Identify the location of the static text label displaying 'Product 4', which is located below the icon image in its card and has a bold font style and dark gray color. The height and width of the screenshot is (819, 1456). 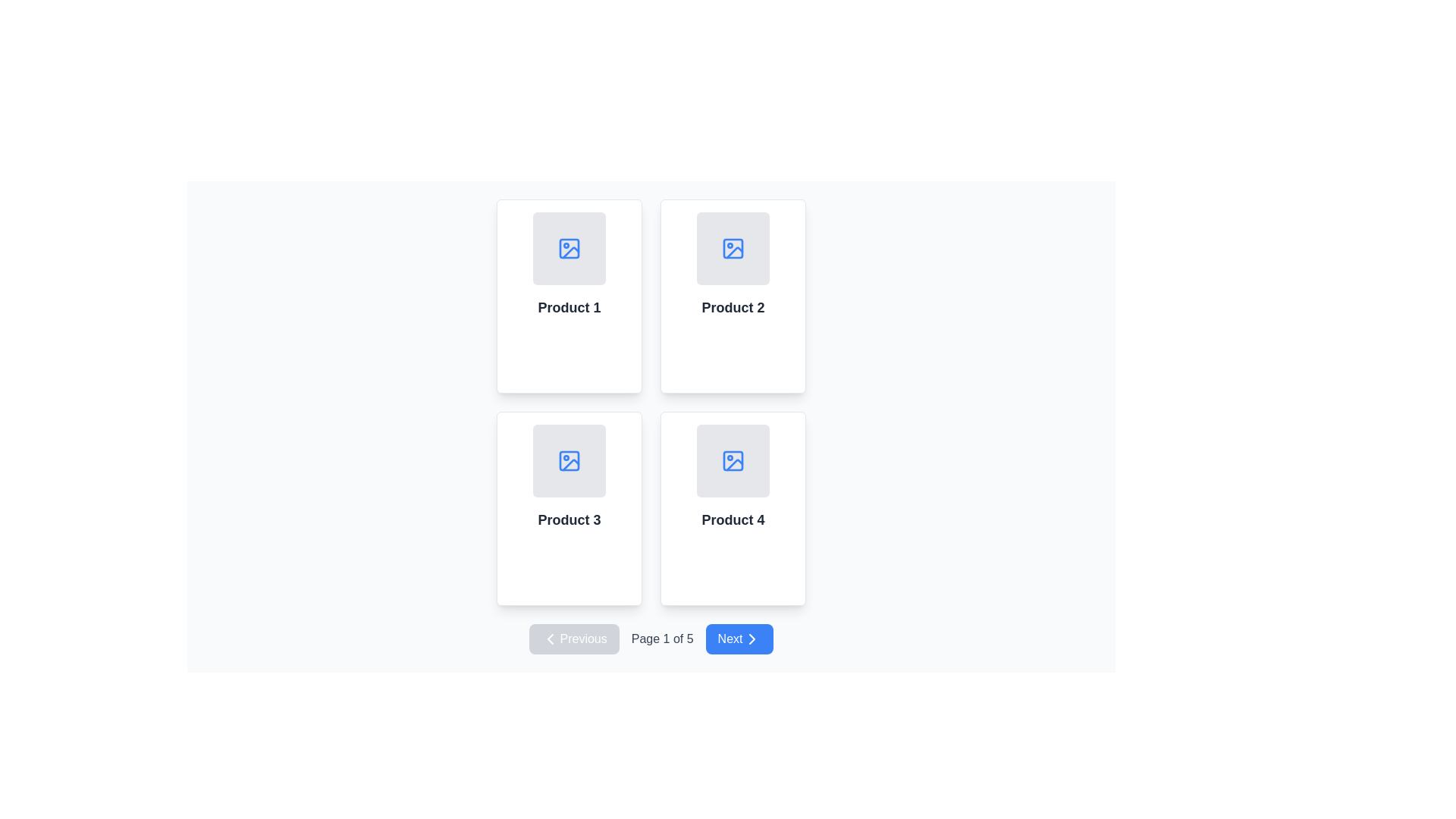
(733, 519).